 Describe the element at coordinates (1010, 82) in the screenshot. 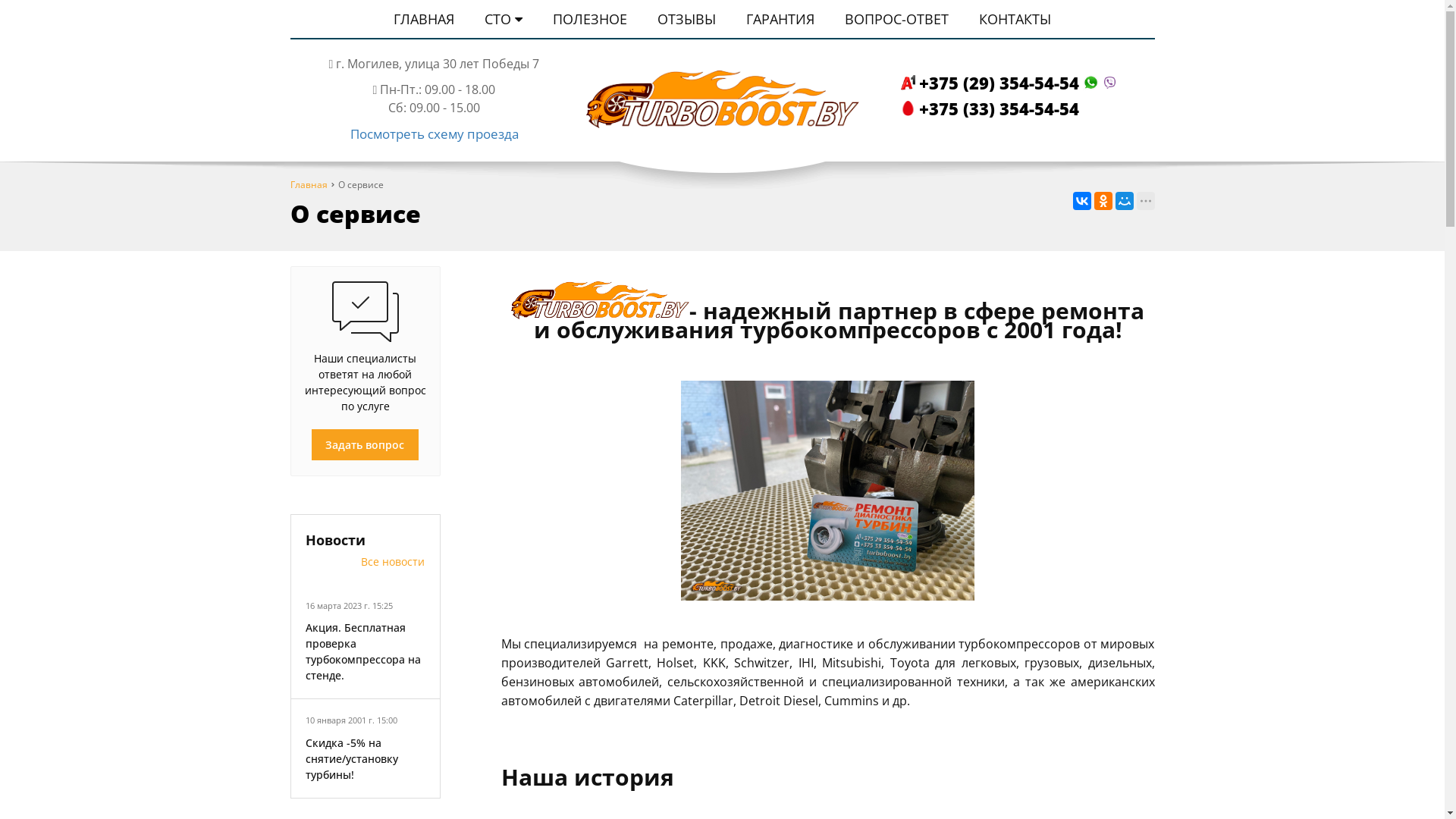

I see `'+375 (29) 354-54-54'` at that location.